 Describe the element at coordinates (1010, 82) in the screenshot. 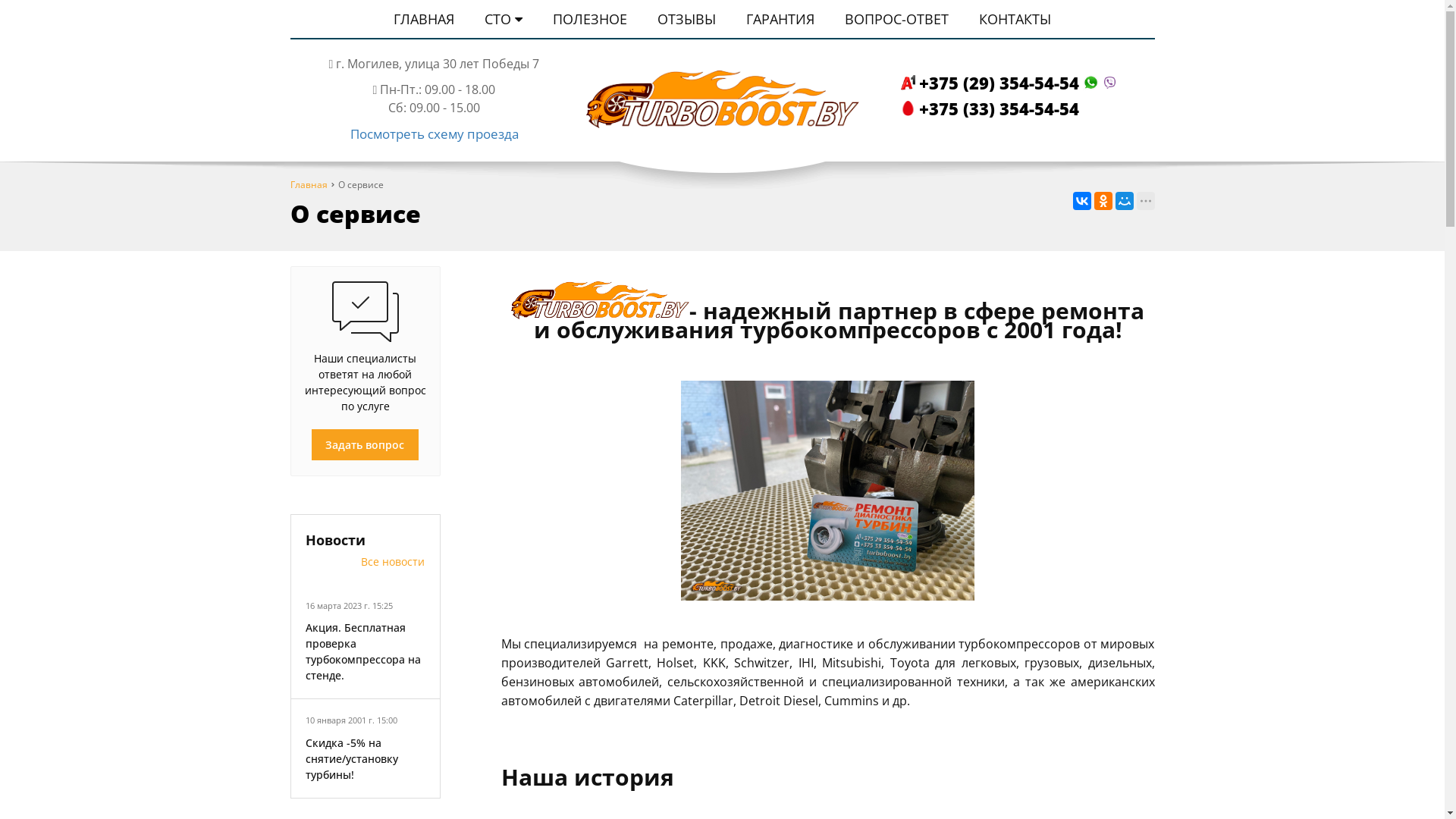

I see `'+375 (29) 354-54-54'` at that location.